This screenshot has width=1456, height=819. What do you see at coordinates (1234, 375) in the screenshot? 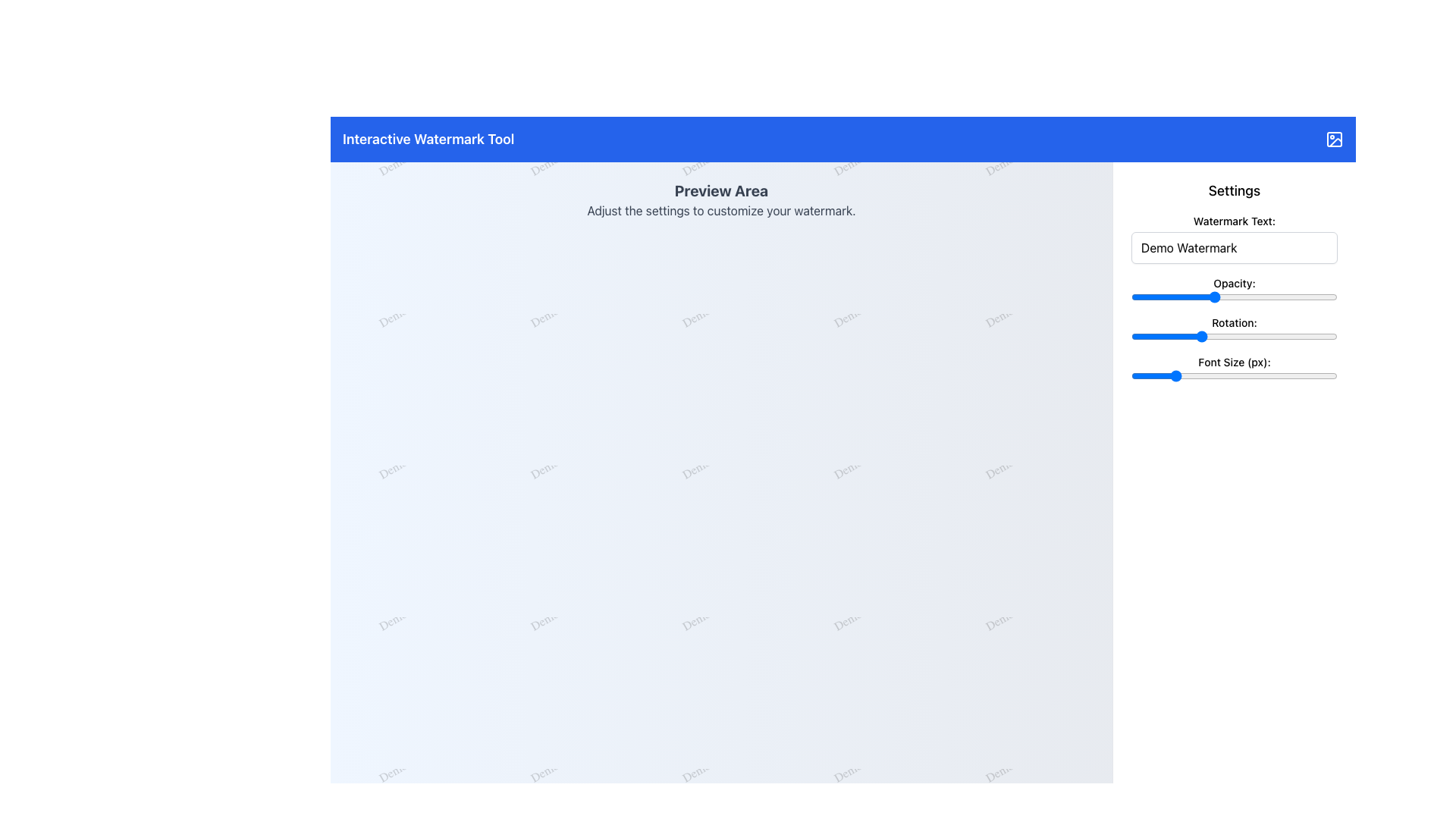
I see `font size` at bounding box center [1234, 375].